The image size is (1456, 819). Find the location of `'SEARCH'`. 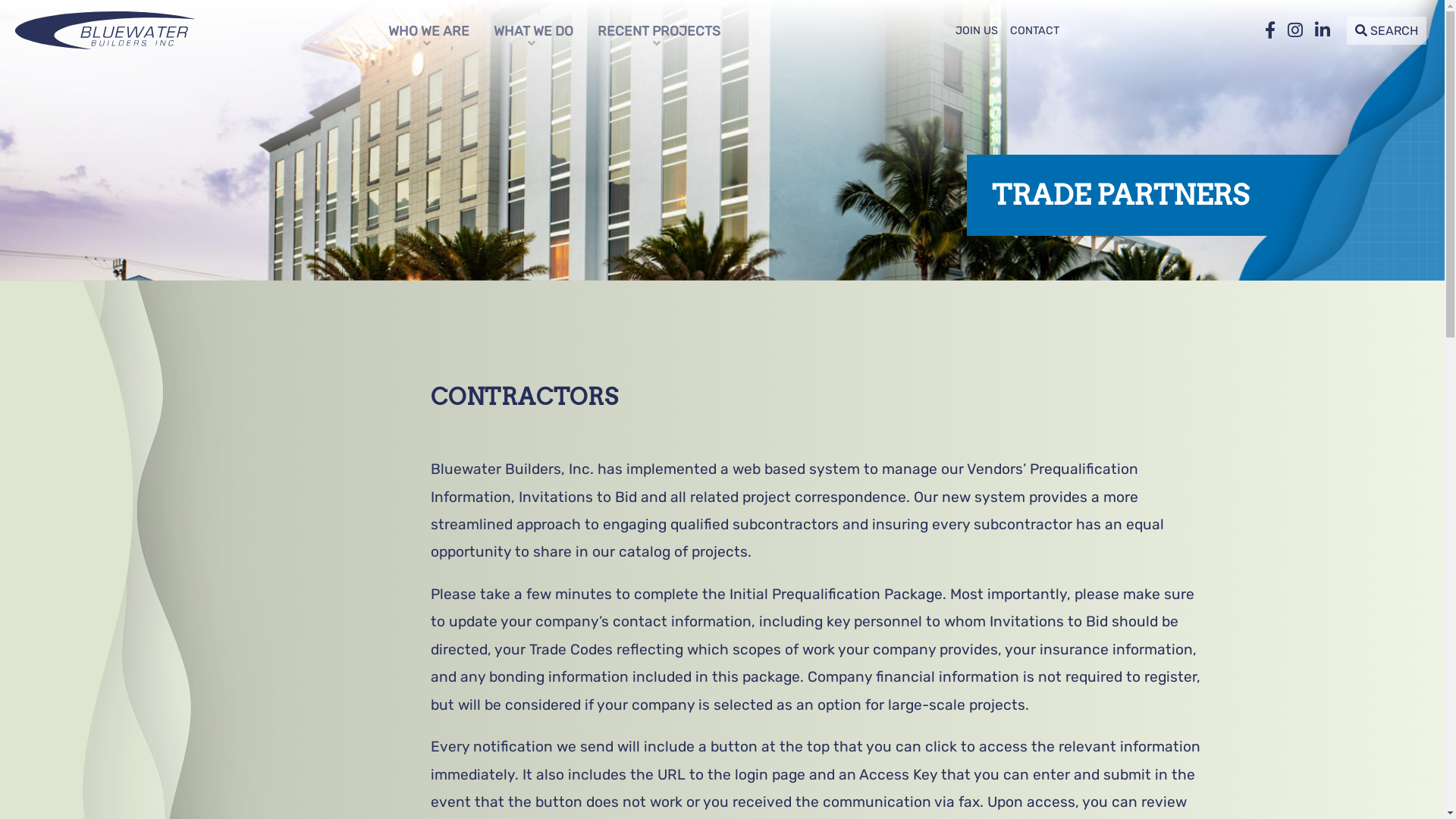

'SEARCH' is located at coordinates (1386, 30).